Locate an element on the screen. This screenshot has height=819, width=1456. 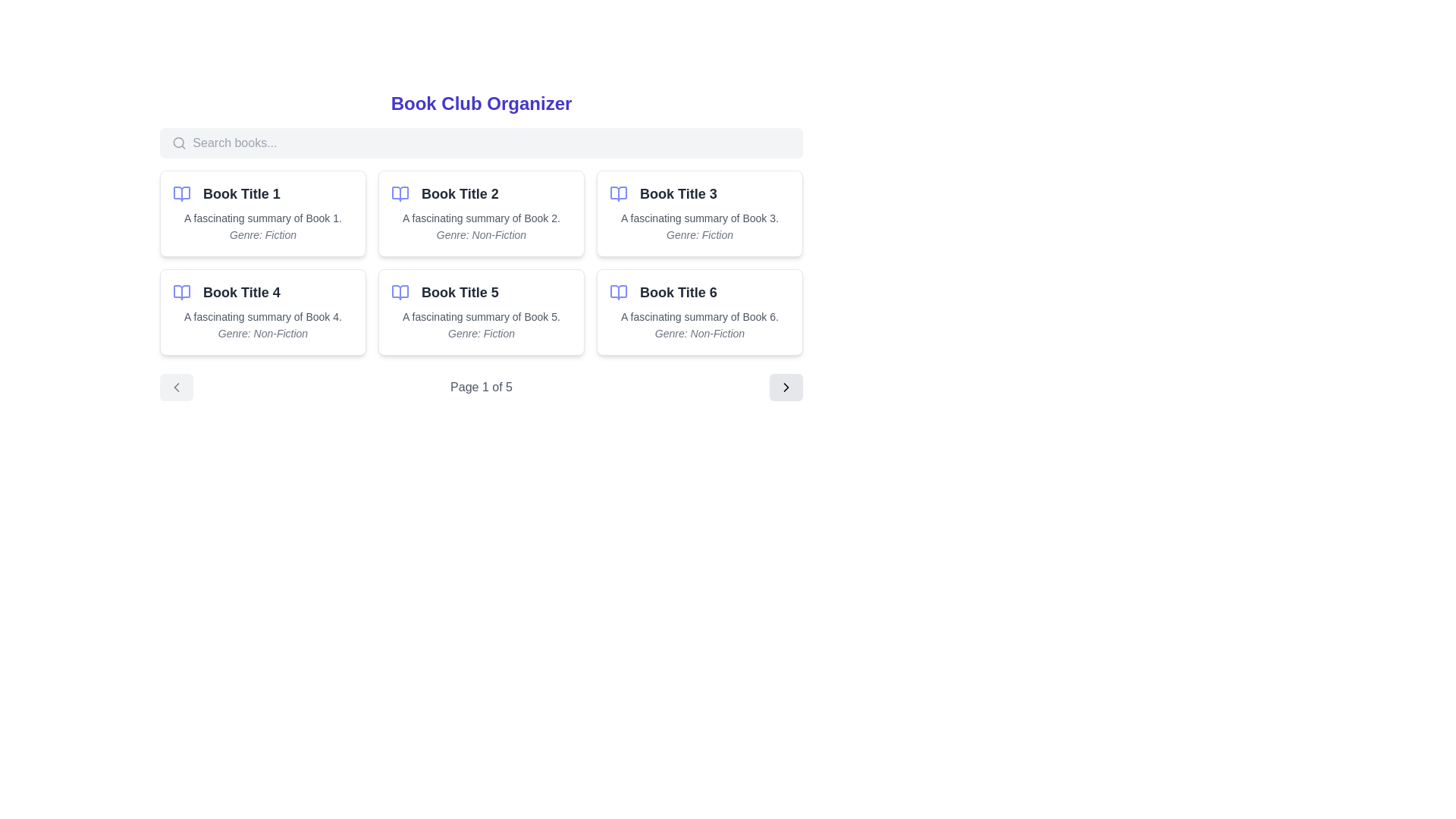
the rightward arrow icon located at the far right side of the pagination control is located at coordinates (786, 386).